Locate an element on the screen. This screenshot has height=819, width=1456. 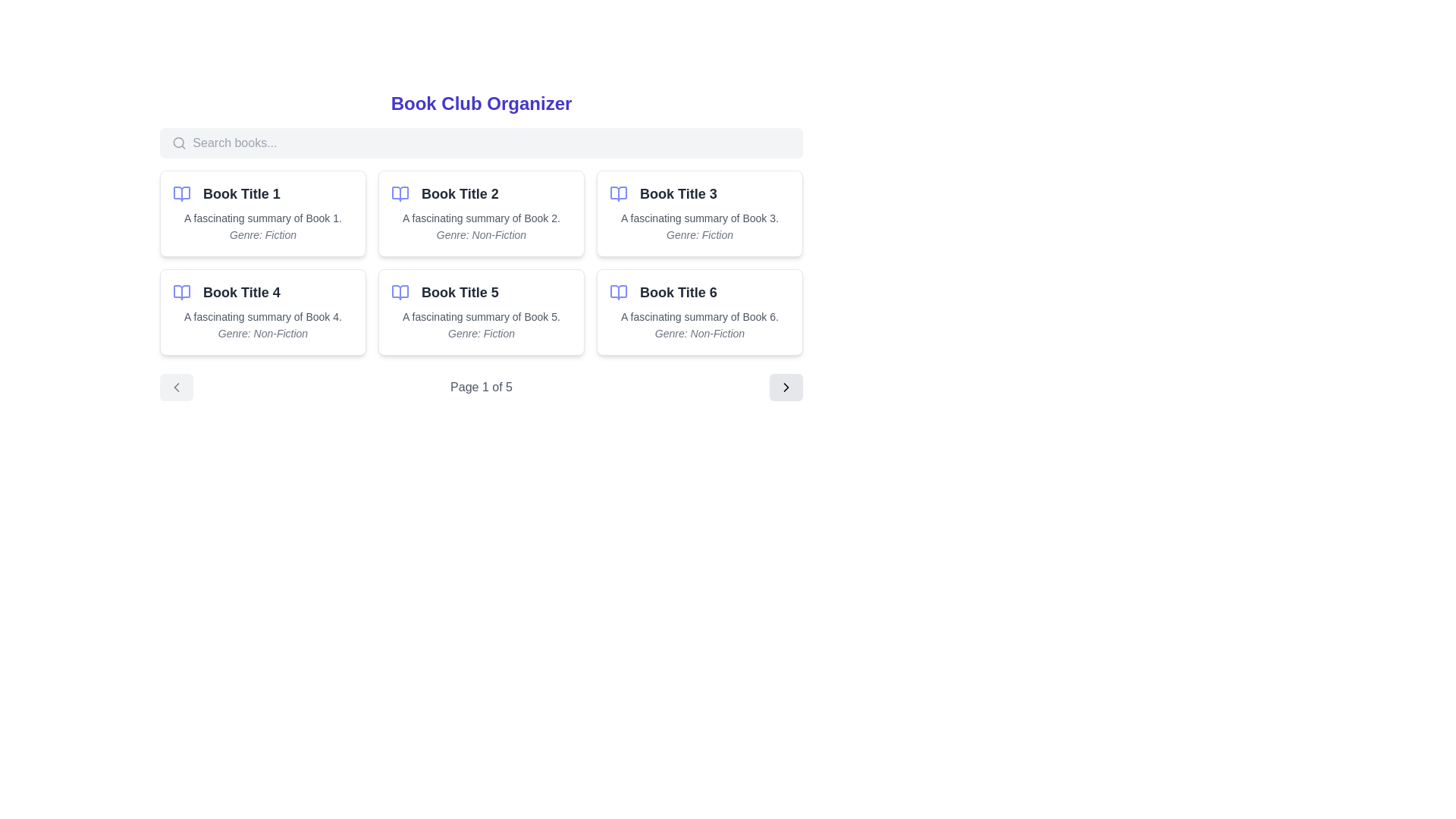
the rightward arrow icon located at the far right side of the pagination control is located at coordinates (786, 386).